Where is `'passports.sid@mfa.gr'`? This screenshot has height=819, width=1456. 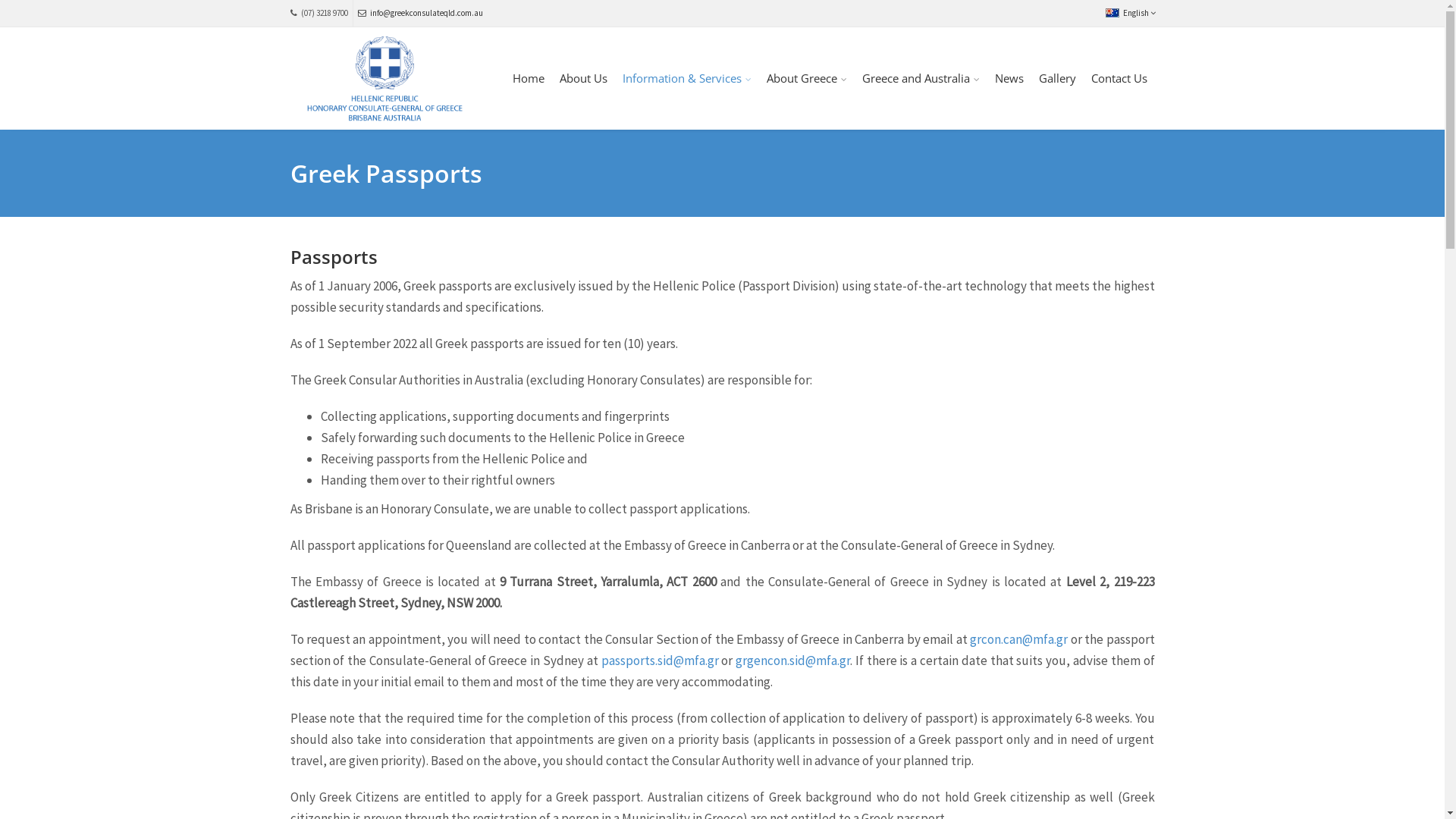
'passports.sid@mfa.gr' is located at coordinates (600, 660).